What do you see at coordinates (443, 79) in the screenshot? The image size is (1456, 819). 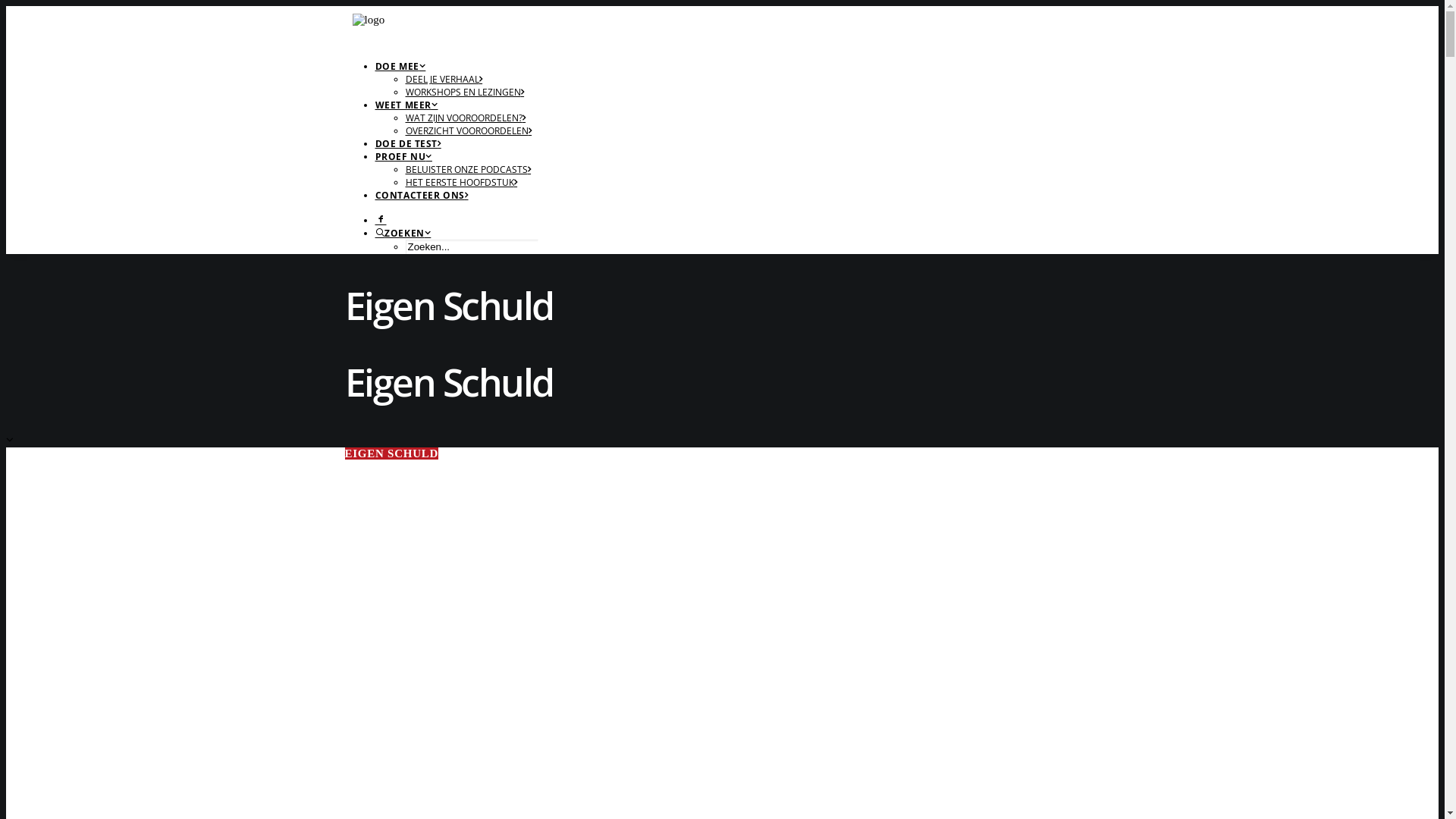 I see `'DEEL JE VERHAAL'` at bounding box center [443, 79].